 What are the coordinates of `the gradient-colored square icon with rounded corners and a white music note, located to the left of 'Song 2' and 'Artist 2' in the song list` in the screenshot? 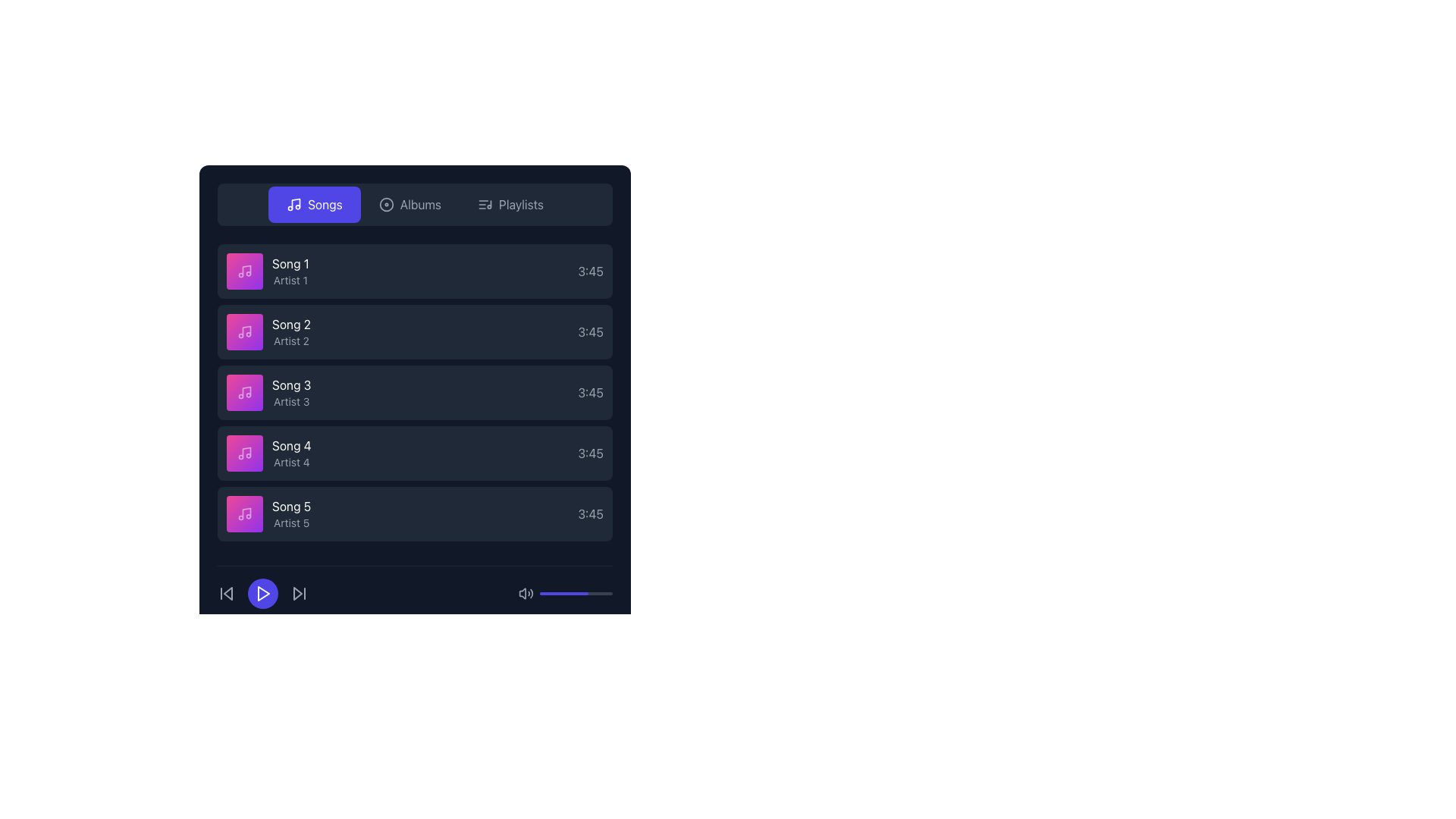 It's located at (244, 331).